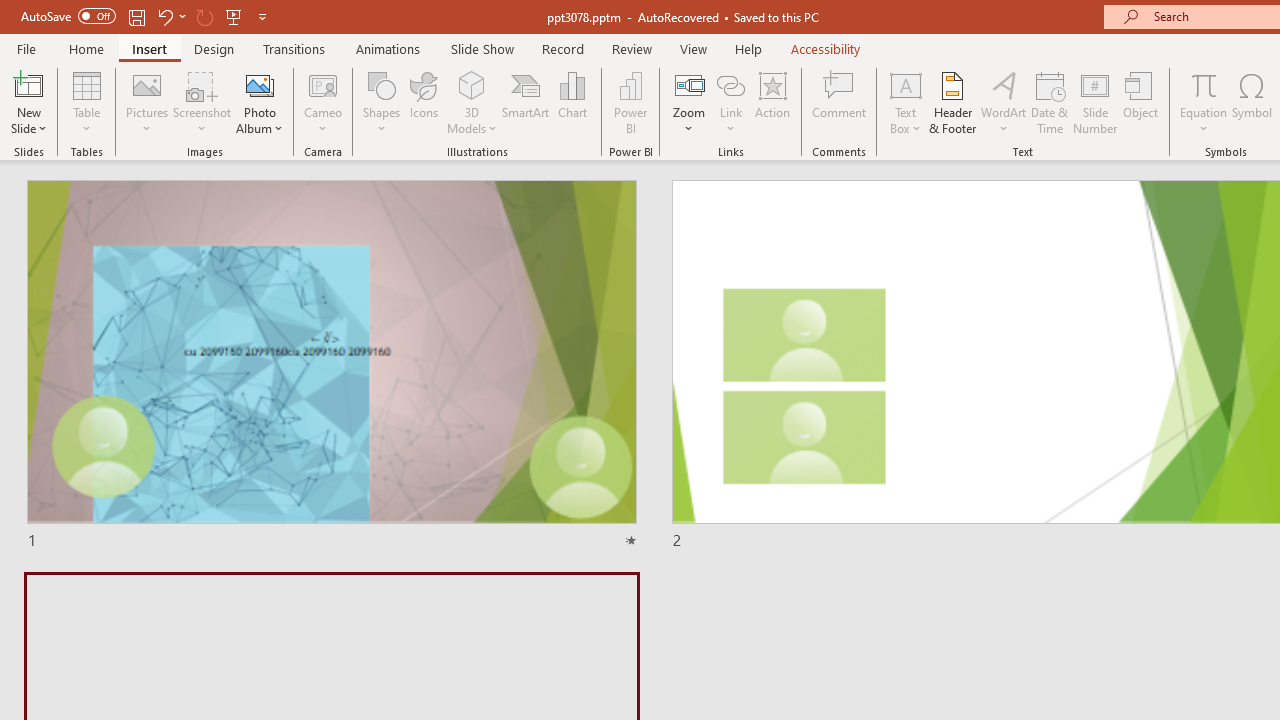 This screenshot has height=720, width=1280. What do you see at coordinates (258, 103) in the screenshot?
I see `'Photo Album...'` at bounding box center [258, 103].